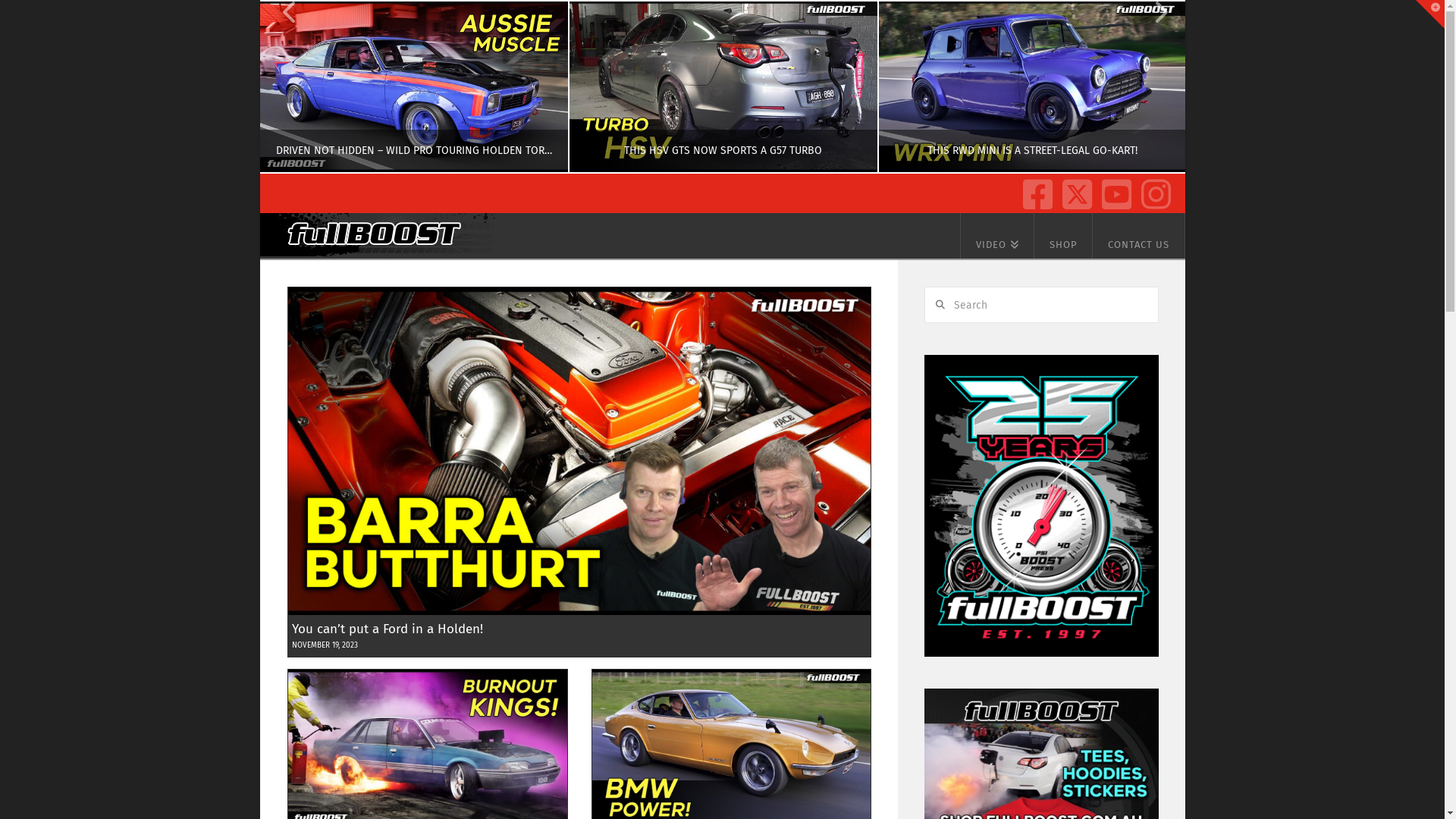  Describe the element at coordinates (1033, 236) in the screenshot. I see `'SHOP'` at that location.